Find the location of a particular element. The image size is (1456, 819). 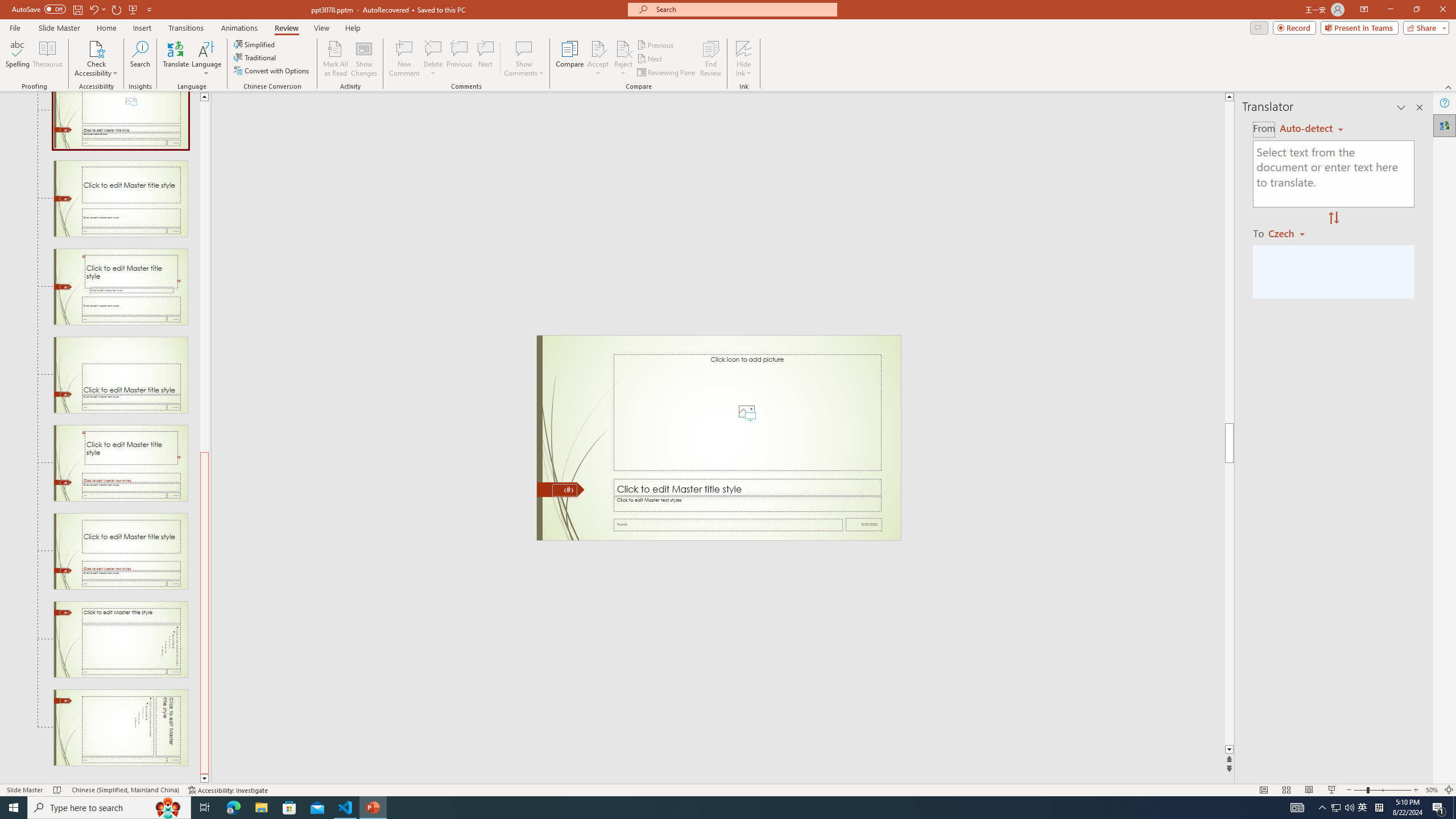

'Spelling...' is located at coordinates (16, 59).